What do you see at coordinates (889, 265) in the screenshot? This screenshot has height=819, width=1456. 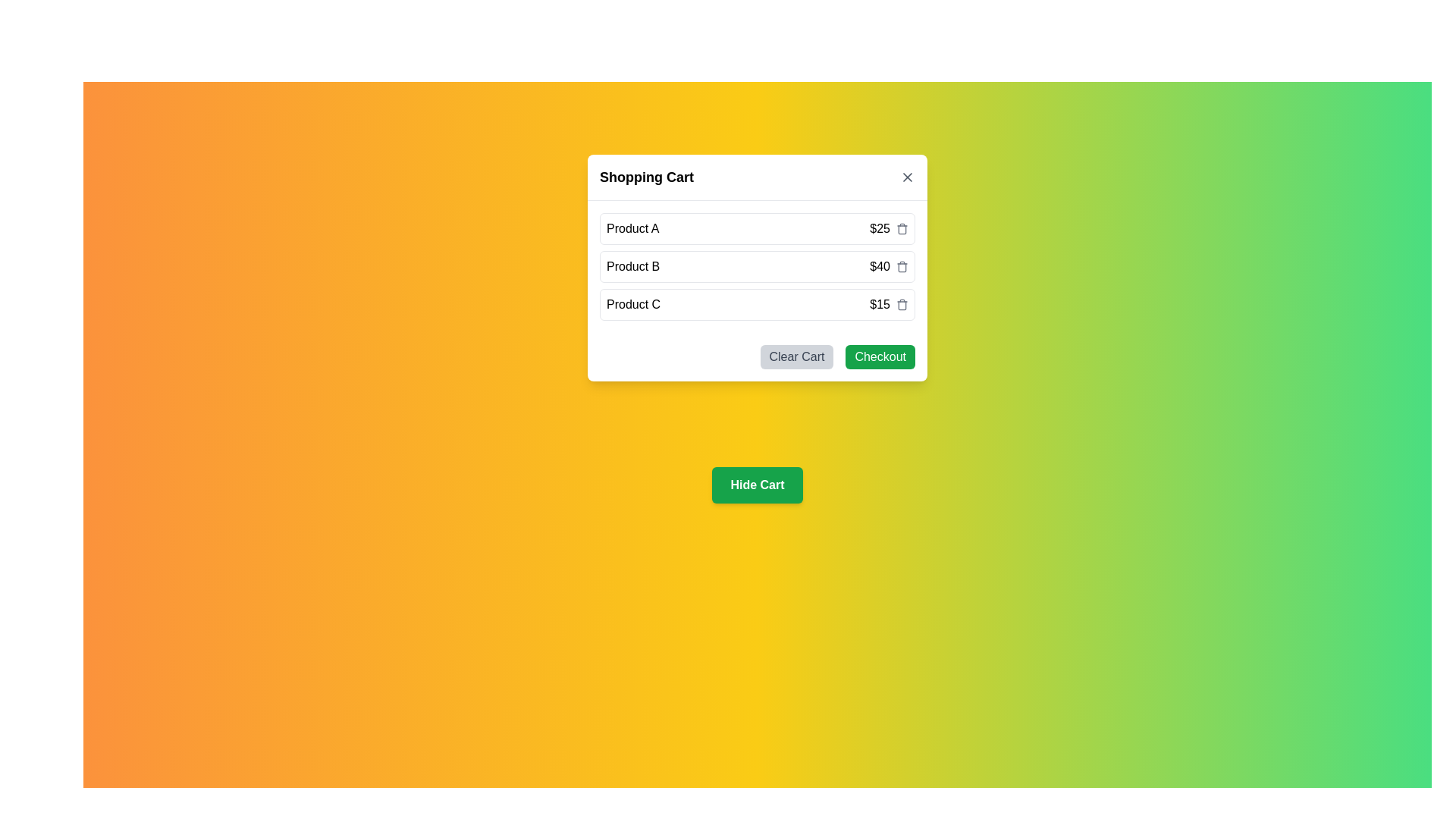 I see `the static text displaying the price of 'Product B' in the shopping cart dialog, located to the right of 'Product B' label and left of the trash icon` at bounding box center [889, 265].